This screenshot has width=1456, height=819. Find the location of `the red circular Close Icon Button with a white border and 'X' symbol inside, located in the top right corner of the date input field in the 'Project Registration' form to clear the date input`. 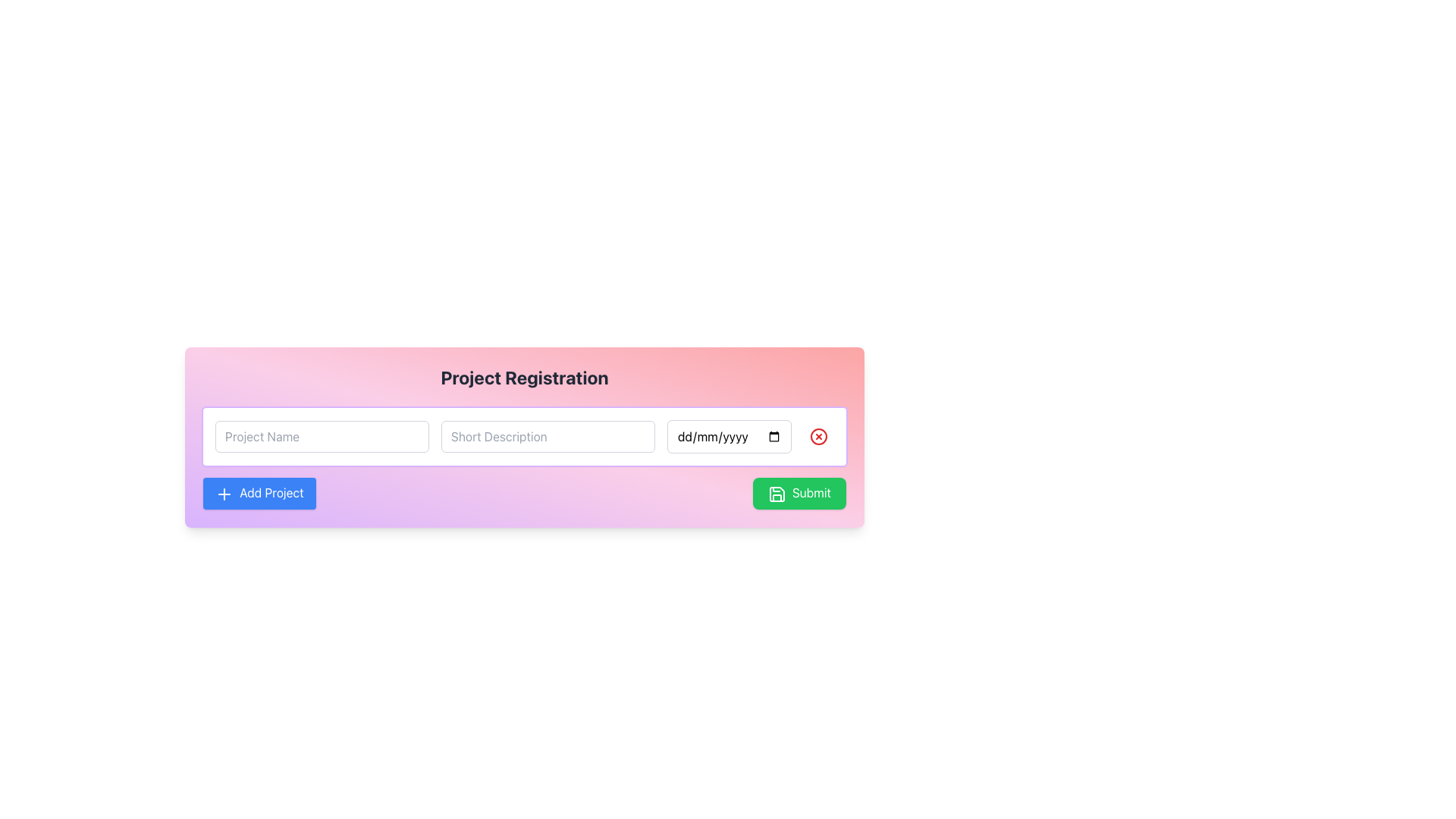

the red circular Close Icon Button with a white border and 'X' symbol inside, located in the top right corner of the date input field in the 'Project Registration' form to clear the date input is located at coordinates (818, 436).